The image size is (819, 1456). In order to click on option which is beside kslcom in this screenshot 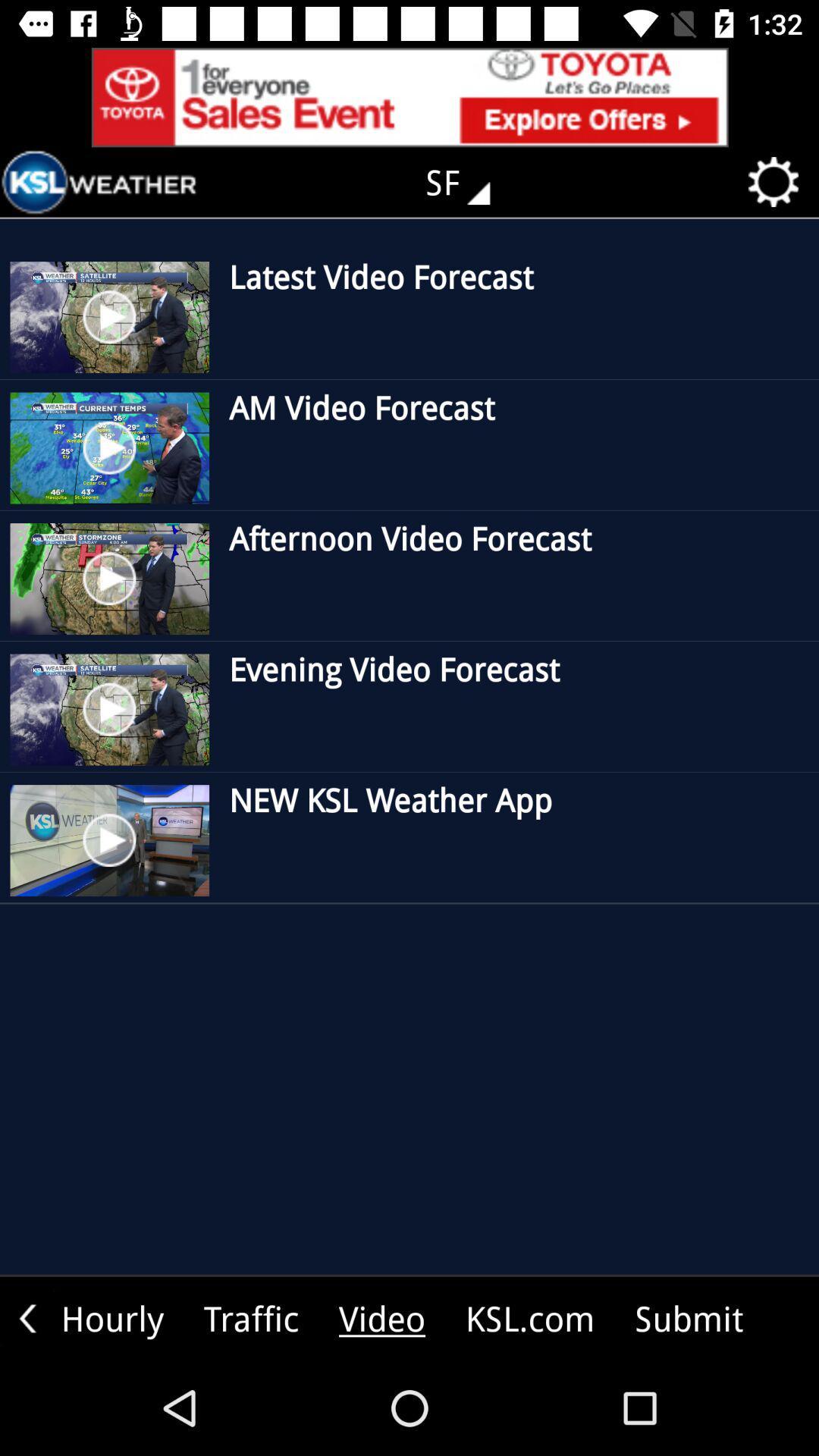, I will do `click(689, 1317)`.